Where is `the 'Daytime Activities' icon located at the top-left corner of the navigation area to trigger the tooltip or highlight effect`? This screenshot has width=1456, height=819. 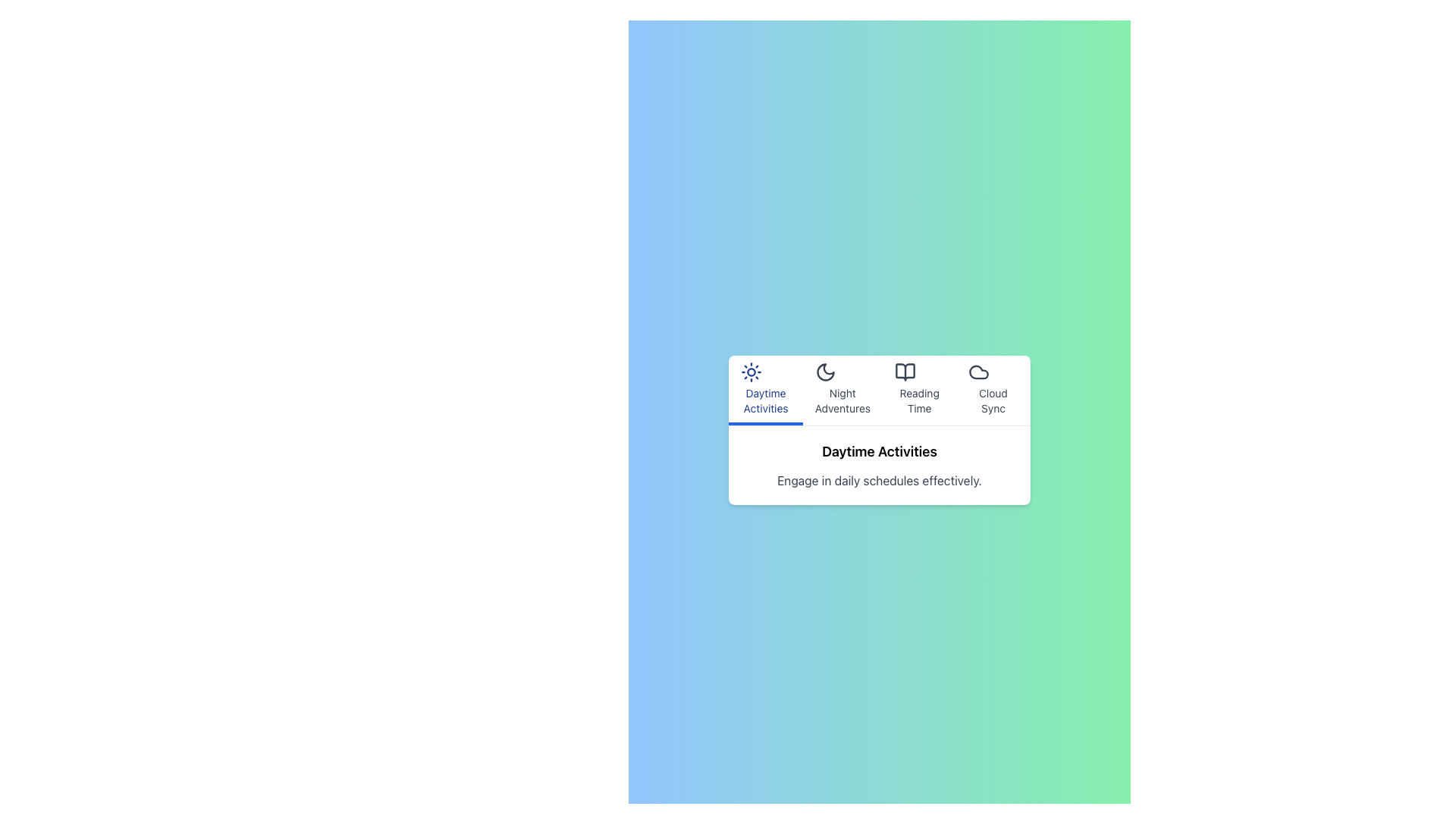 the 'Daytime Activities' icon located at the top-left corner of the navigation area to trigger the tooltip or highlight effect is located at coordinates (752, 372).